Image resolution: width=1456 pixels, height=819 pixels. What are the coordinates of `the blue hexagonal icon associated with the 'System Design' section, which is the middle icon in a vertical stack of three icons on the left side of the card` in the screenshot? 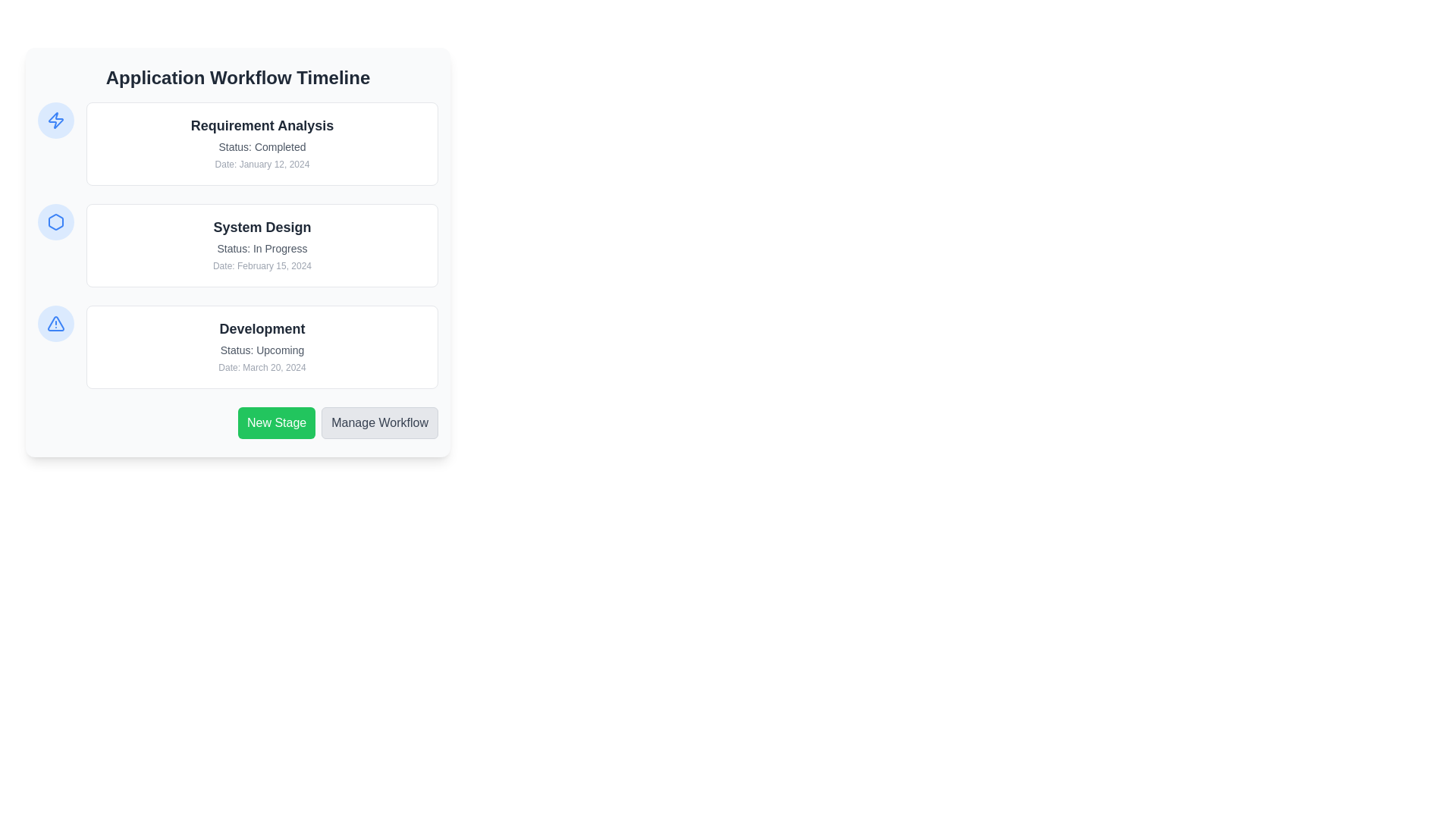 It's located at (55, 222).